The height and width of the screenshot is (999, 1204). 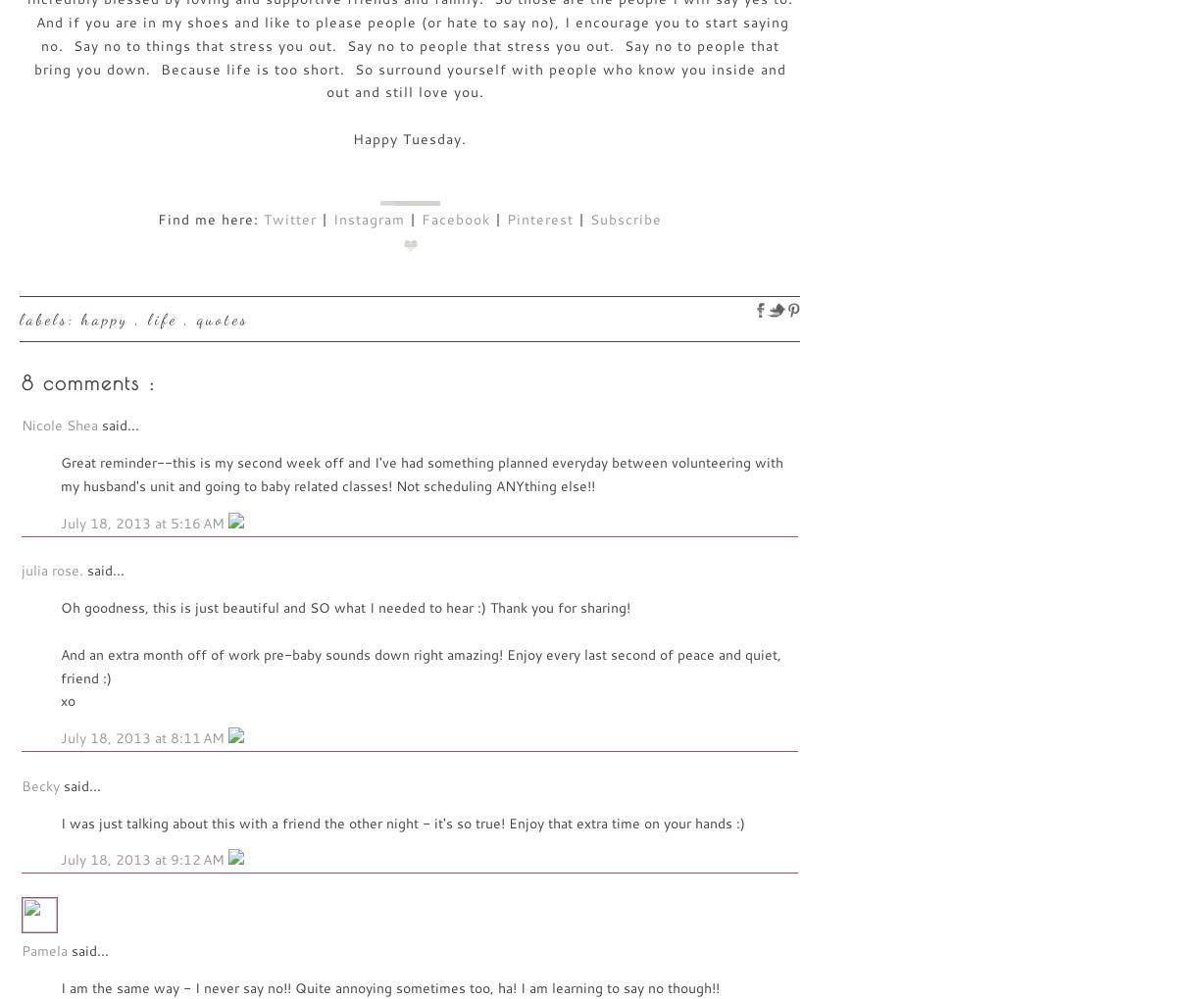 What do you see at coordinates (369, 218) in the screenshot?
I see `'Instagram'` at bounding box center [369, 218].